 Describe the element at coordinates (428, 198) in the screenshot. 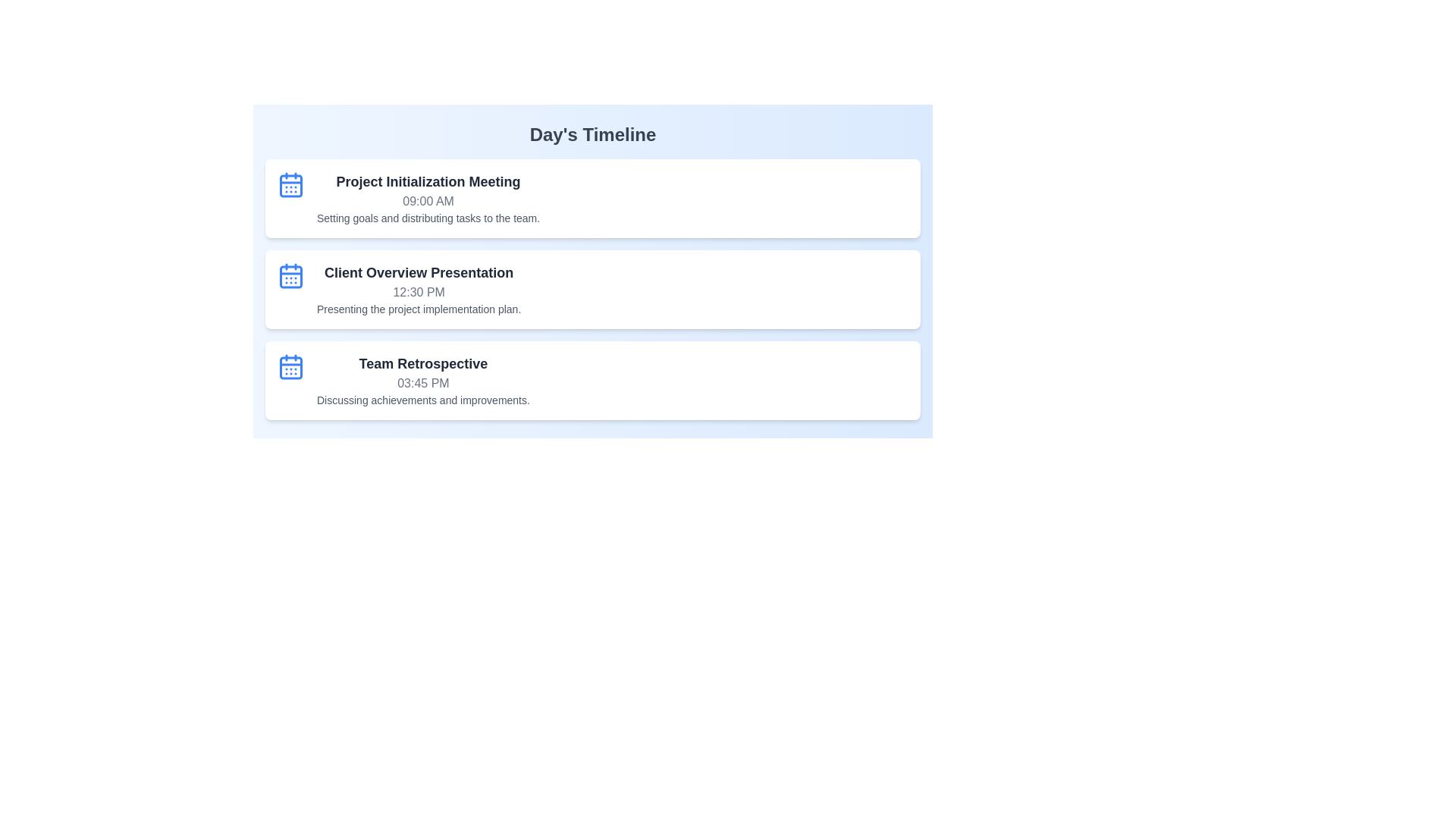

I see `text block containing 'Project Initialization Meeting' along with its details like time and description, located at the top of the event list under 'Day's Timeline'` at that location.